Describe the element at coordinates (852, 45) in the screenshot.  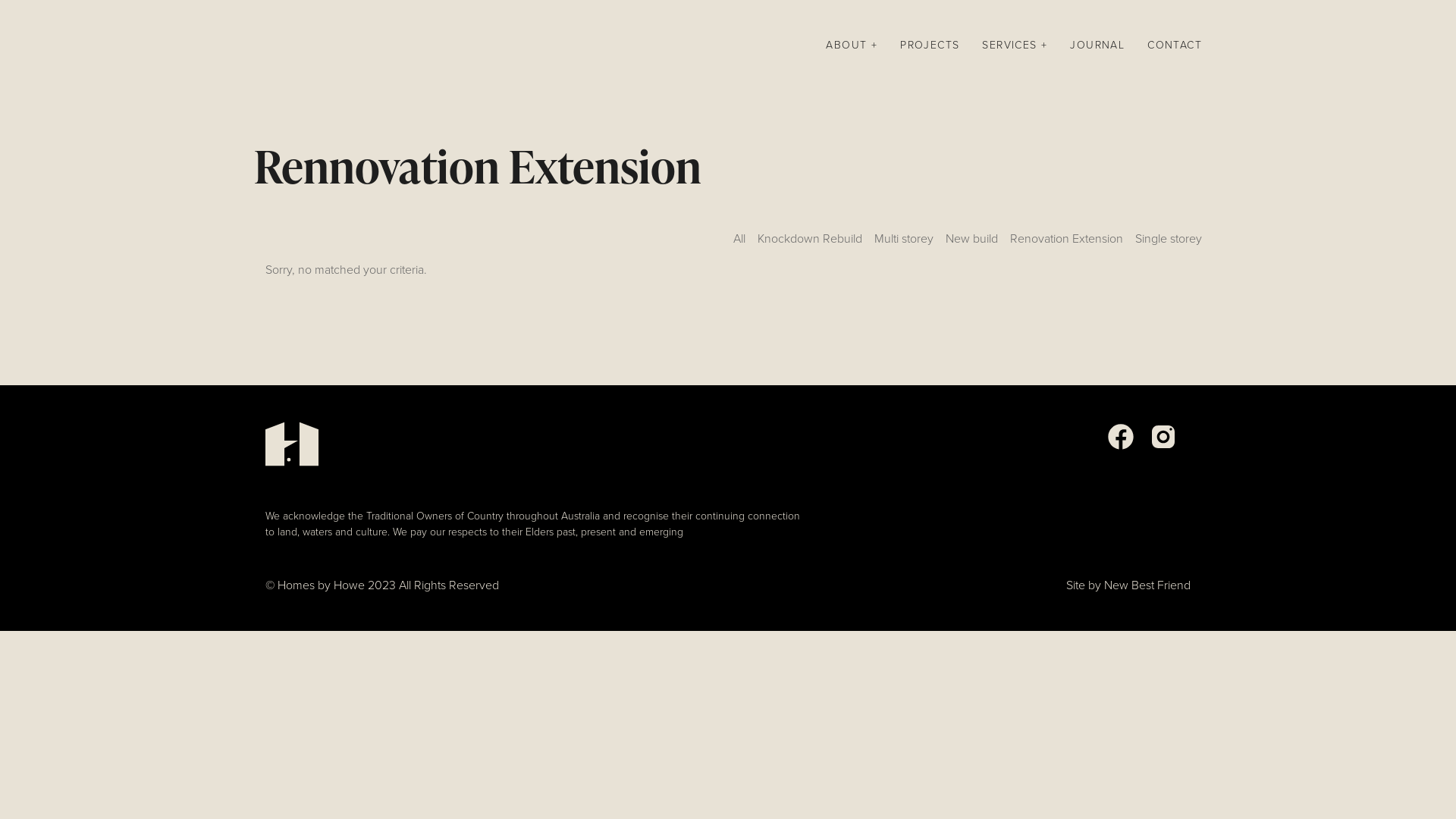
I see `'ABOUT'` at that location.